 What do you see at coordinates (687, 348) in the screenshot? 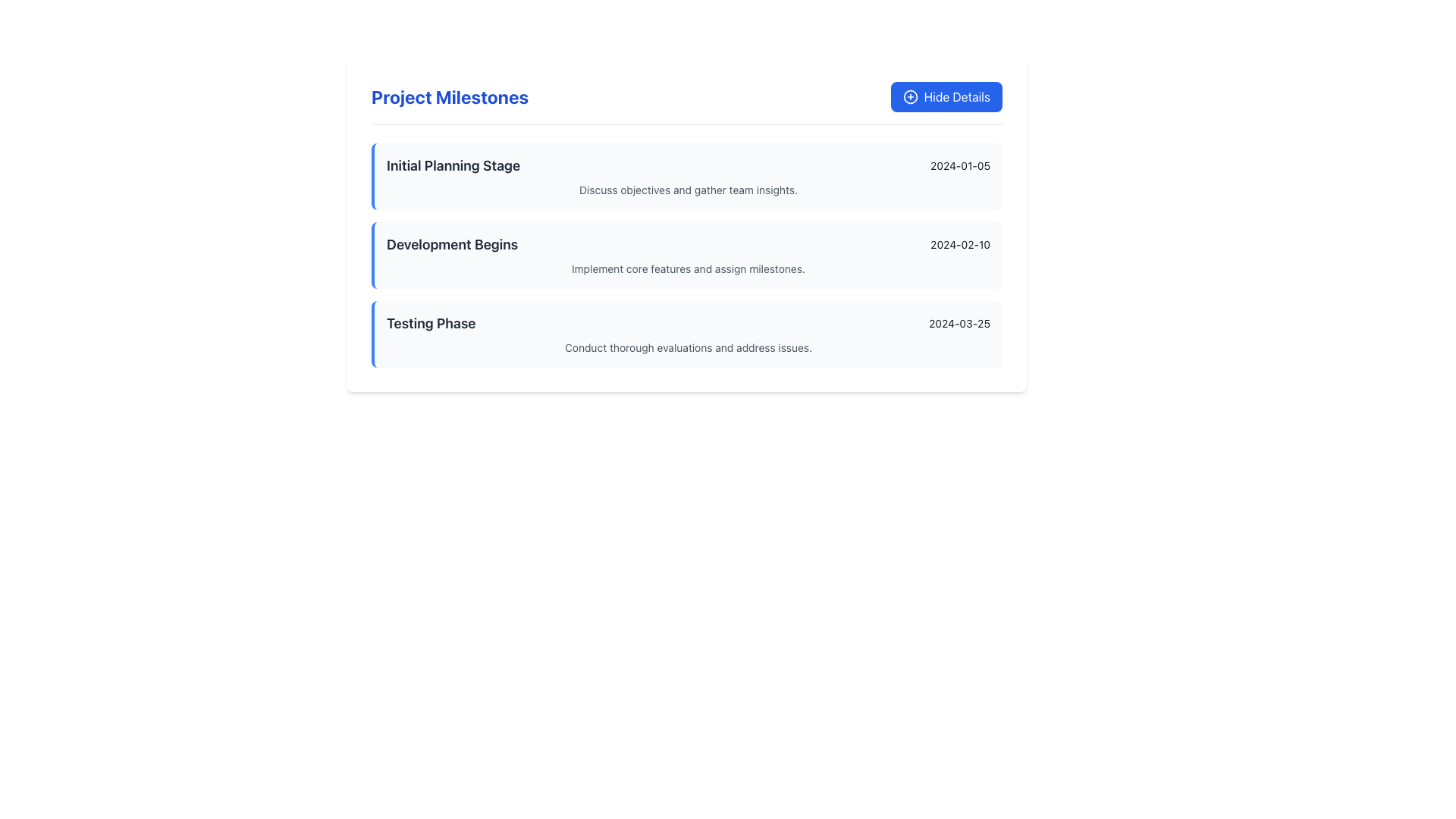
I see `informational text label located beneath the 'Testing Phase' heading and date '2024-03-25'` at bounding box center [687, 348].